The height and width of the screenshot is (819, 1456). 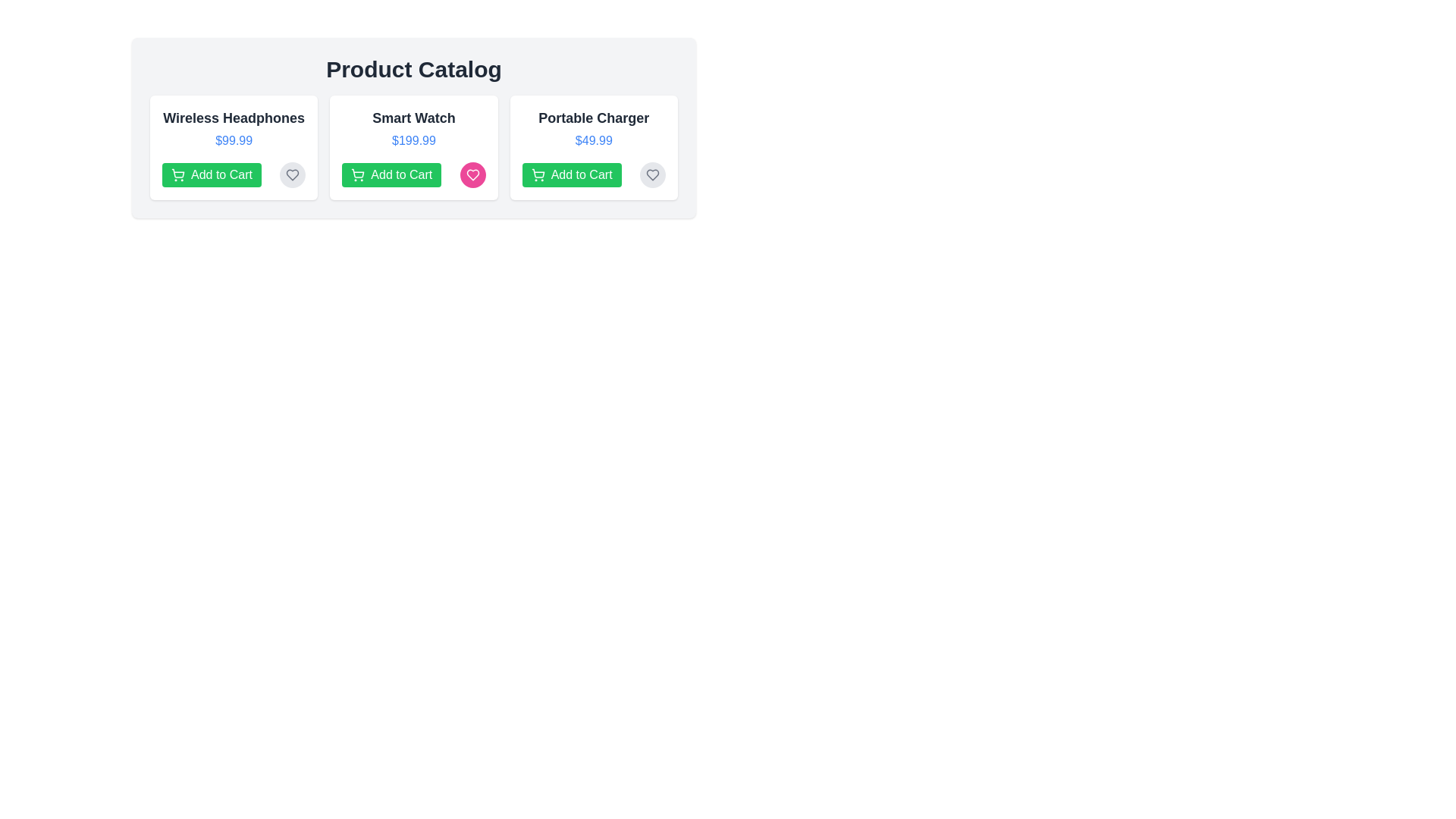 I want to click on the name of the product Portable Charger from the list, so click(x=593, y=117).